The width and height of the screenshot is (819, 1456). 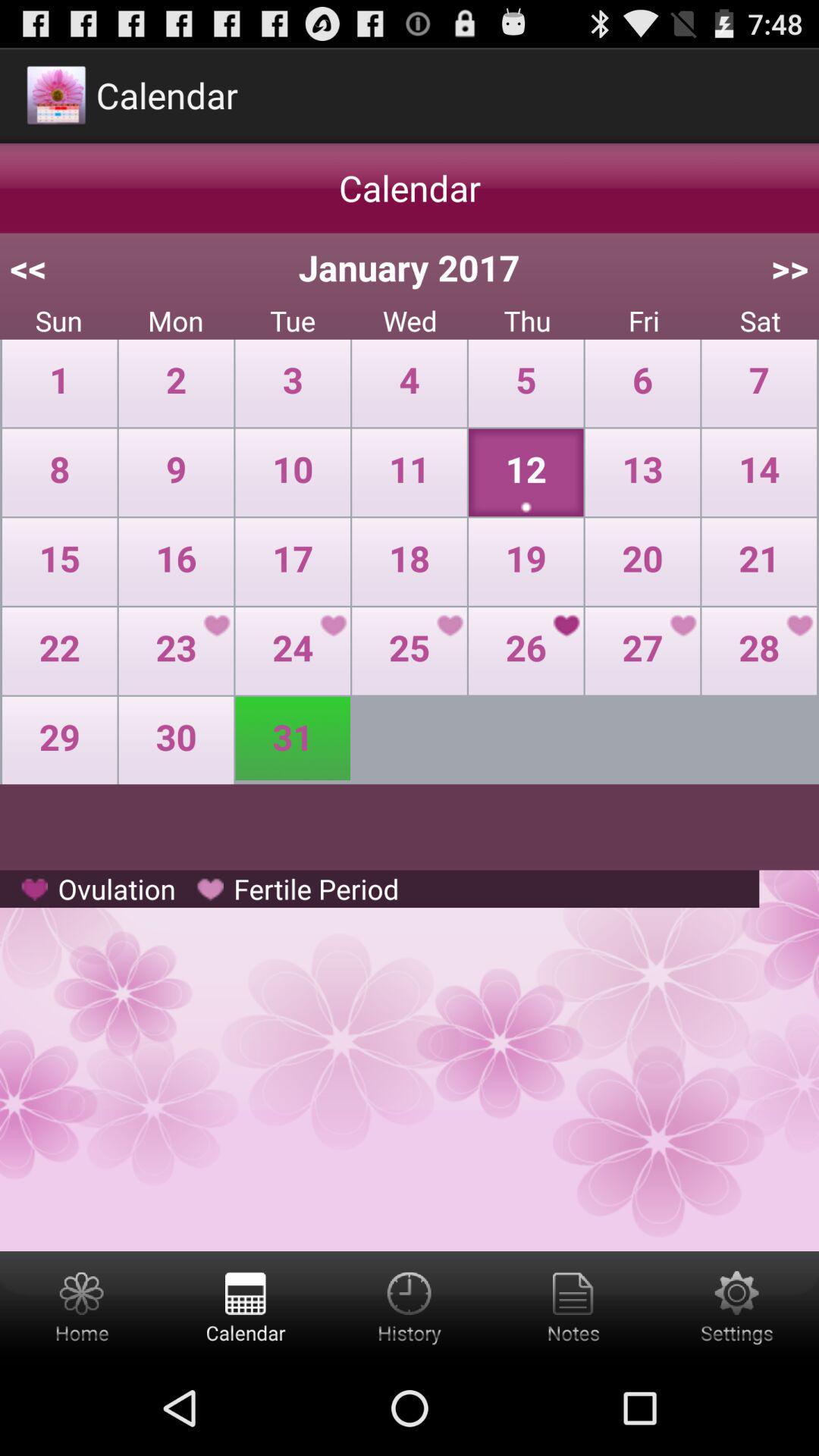 I want to click on settings option, so click(x=736, y=1305).